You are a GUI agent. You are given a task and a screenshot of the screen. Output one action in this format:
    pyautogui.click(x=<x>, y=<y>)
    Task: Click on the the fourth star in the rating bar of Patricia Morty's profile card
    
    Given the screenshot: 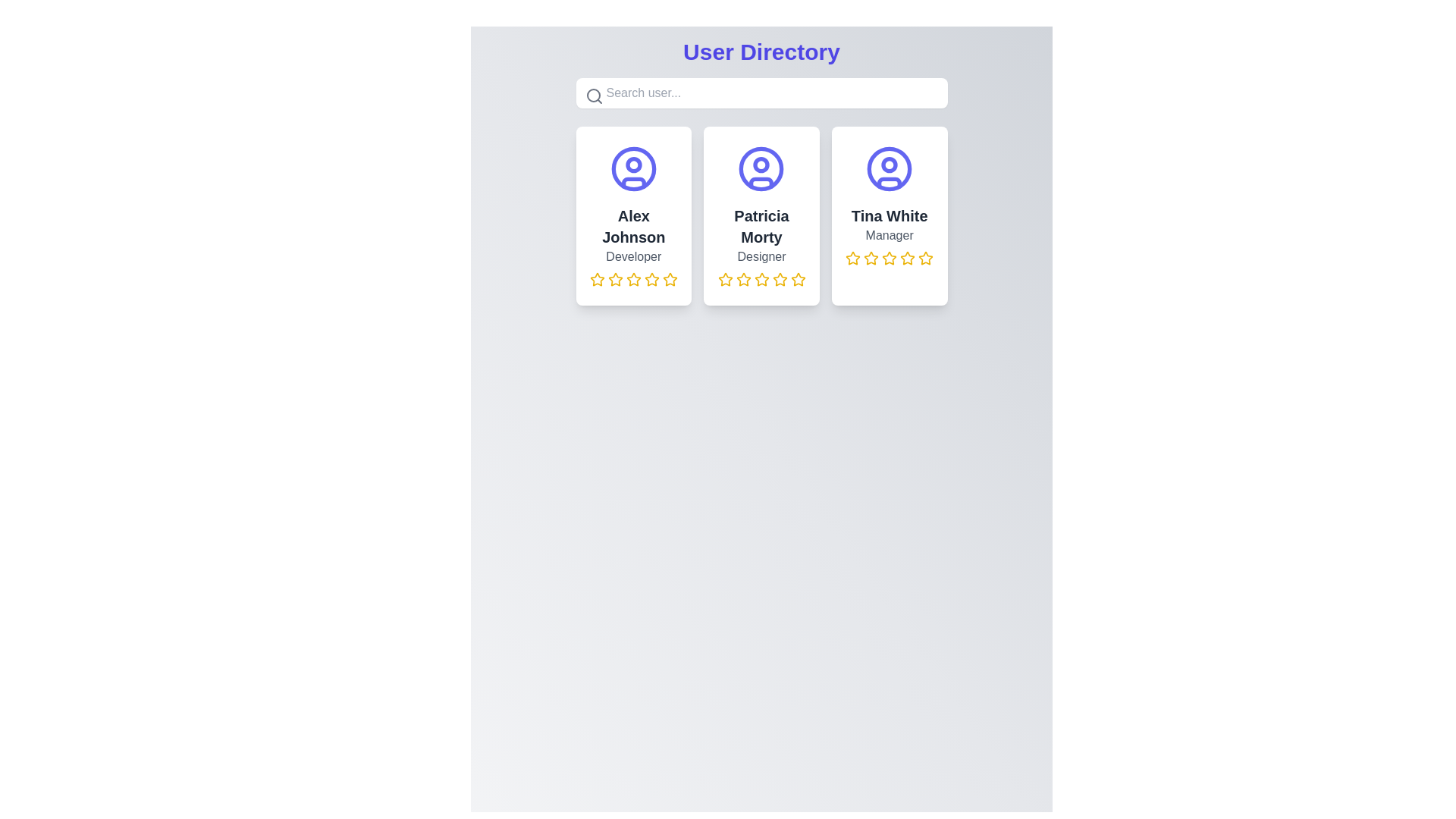 What is the action you would take?
    pyautogui.click(x=780, y=279)
    